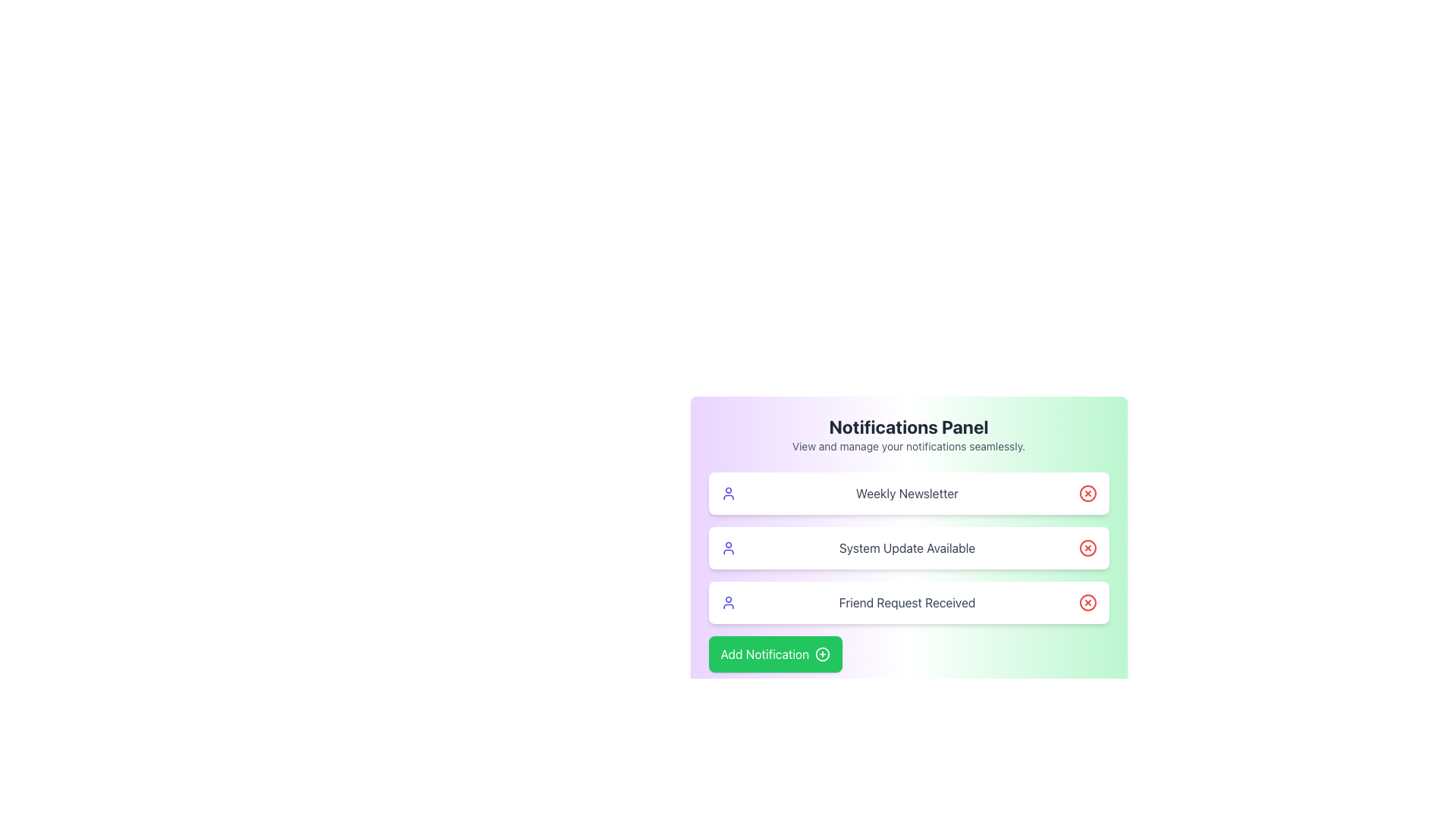 The width and height of the screenshot is (1456, 819). I want to click on the user icon representing a friend request received, which is styled with a circular head and rounded body, located at the far left of the notification item panel, so click(728, 601).